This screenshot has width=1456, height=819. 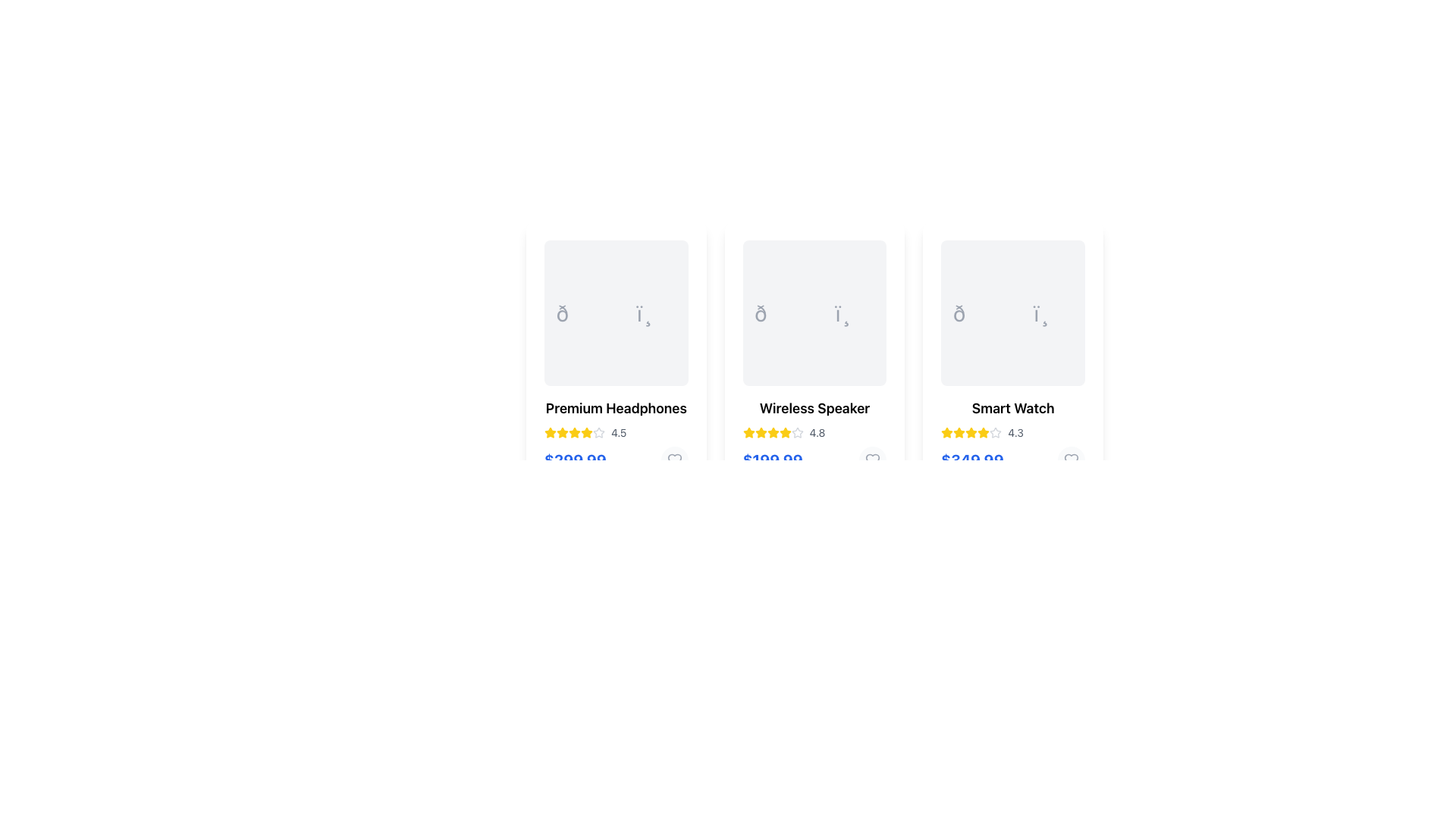 I want to click on the star icon representing a single rating unit in the 5-star rating system, located in the first product card above the 4.5-star rating text, so click(x=574, y=432).